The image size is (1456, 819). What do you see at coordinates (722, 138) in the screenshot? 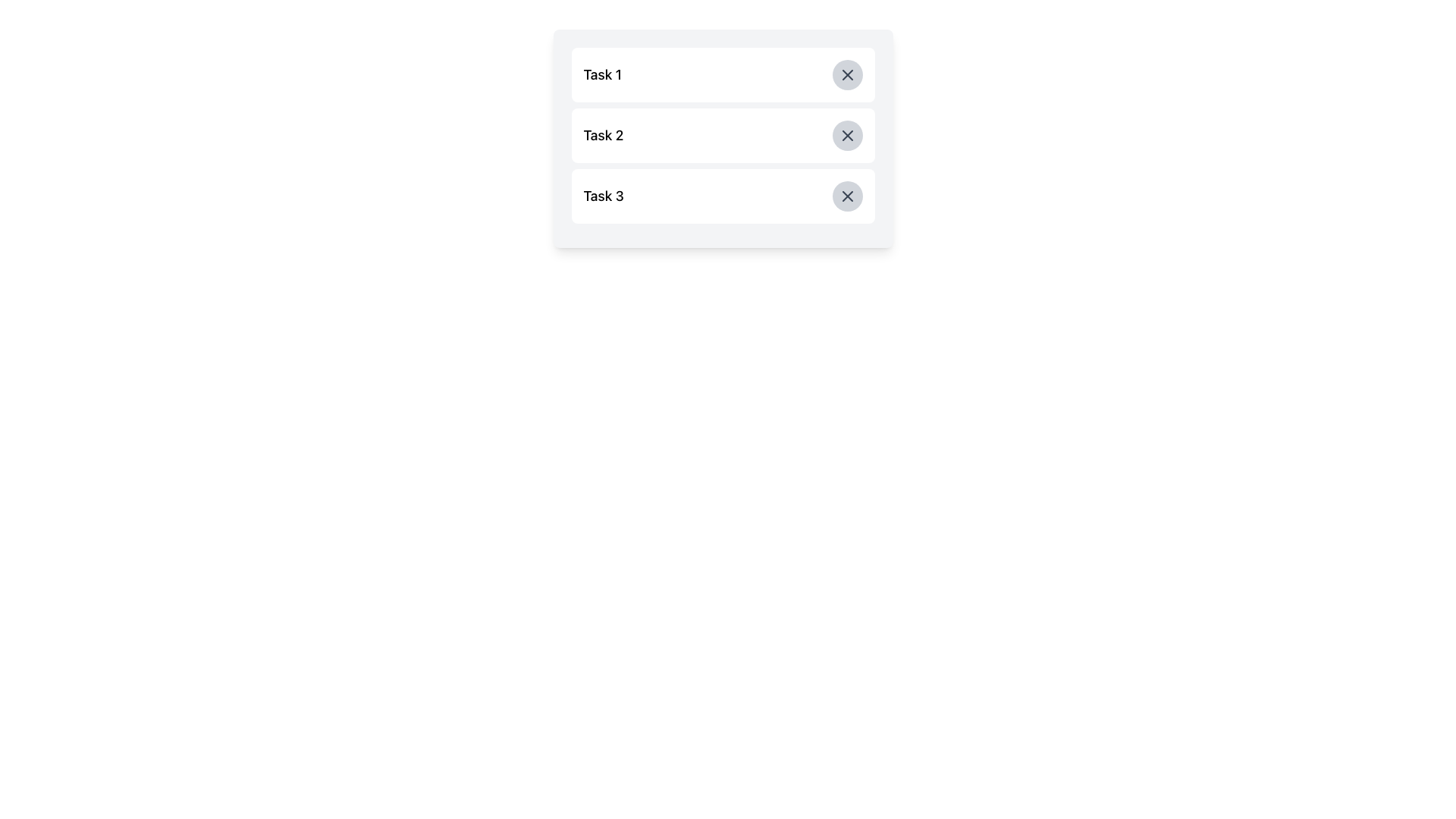
I see `any task in the vertically arranged list of tasks` at bounding box center [722, 138].